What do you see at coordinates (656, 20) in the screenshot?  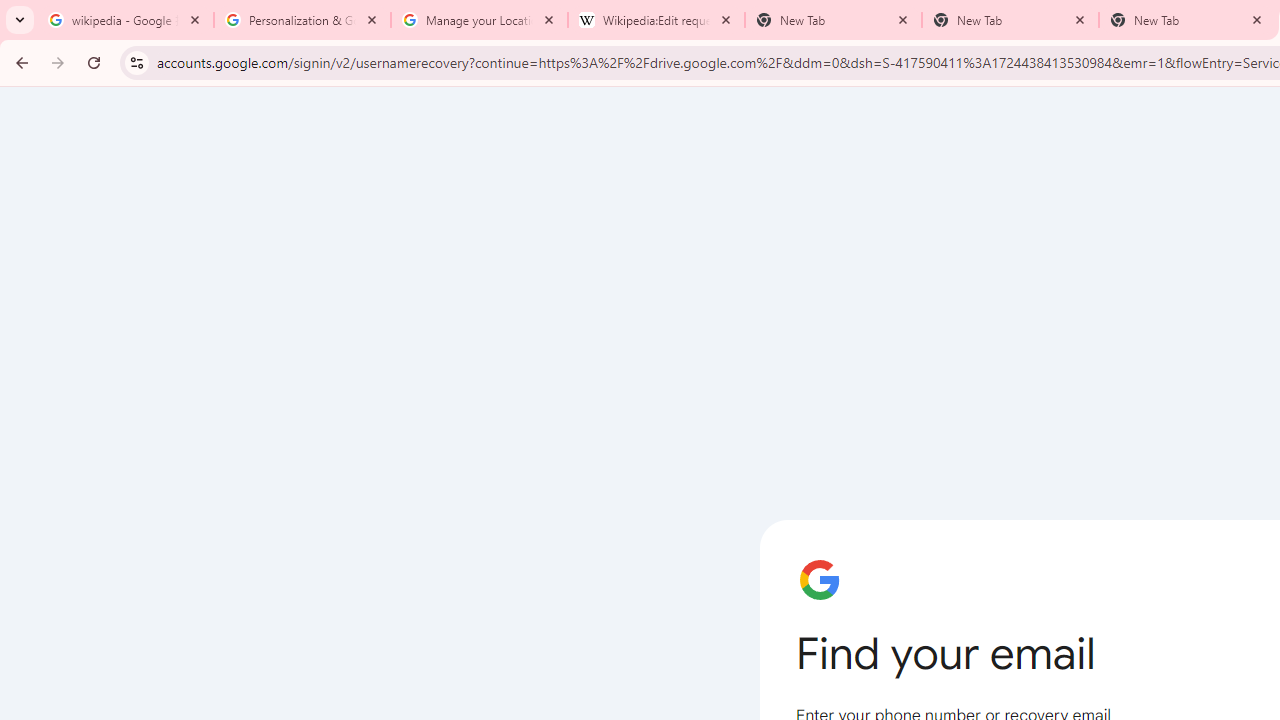 I see `'Wikipedia:Edit requests - Wikipedia'` at bounding box center [656, 20].